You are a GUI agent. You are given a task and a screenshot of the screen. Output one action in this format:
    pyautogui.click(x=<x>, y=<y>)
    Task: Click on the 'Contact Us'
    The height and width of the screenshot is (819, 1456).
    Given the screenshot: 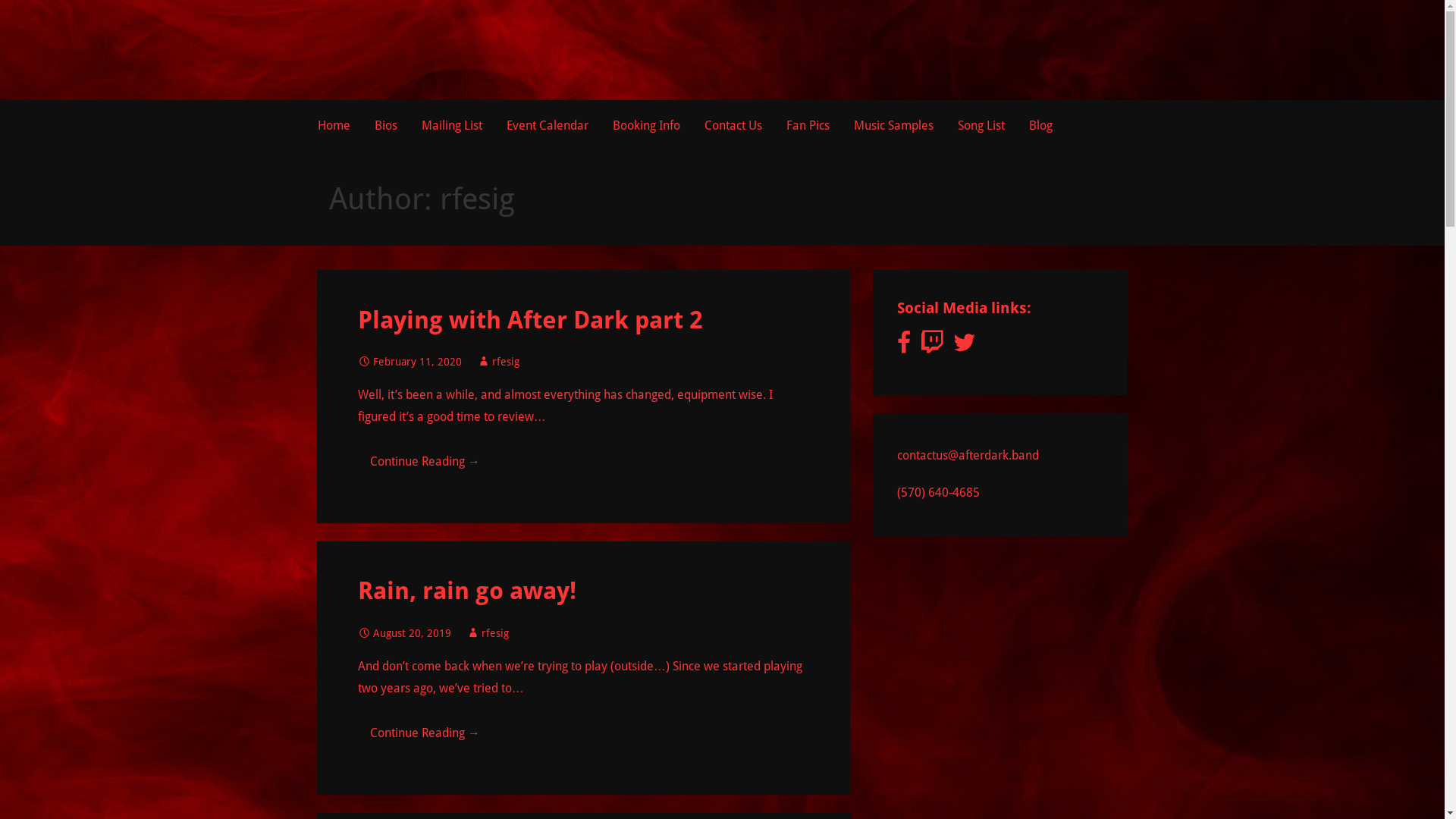 What is the action you would take?
    pyautogui.click(x=732, y=124)
    